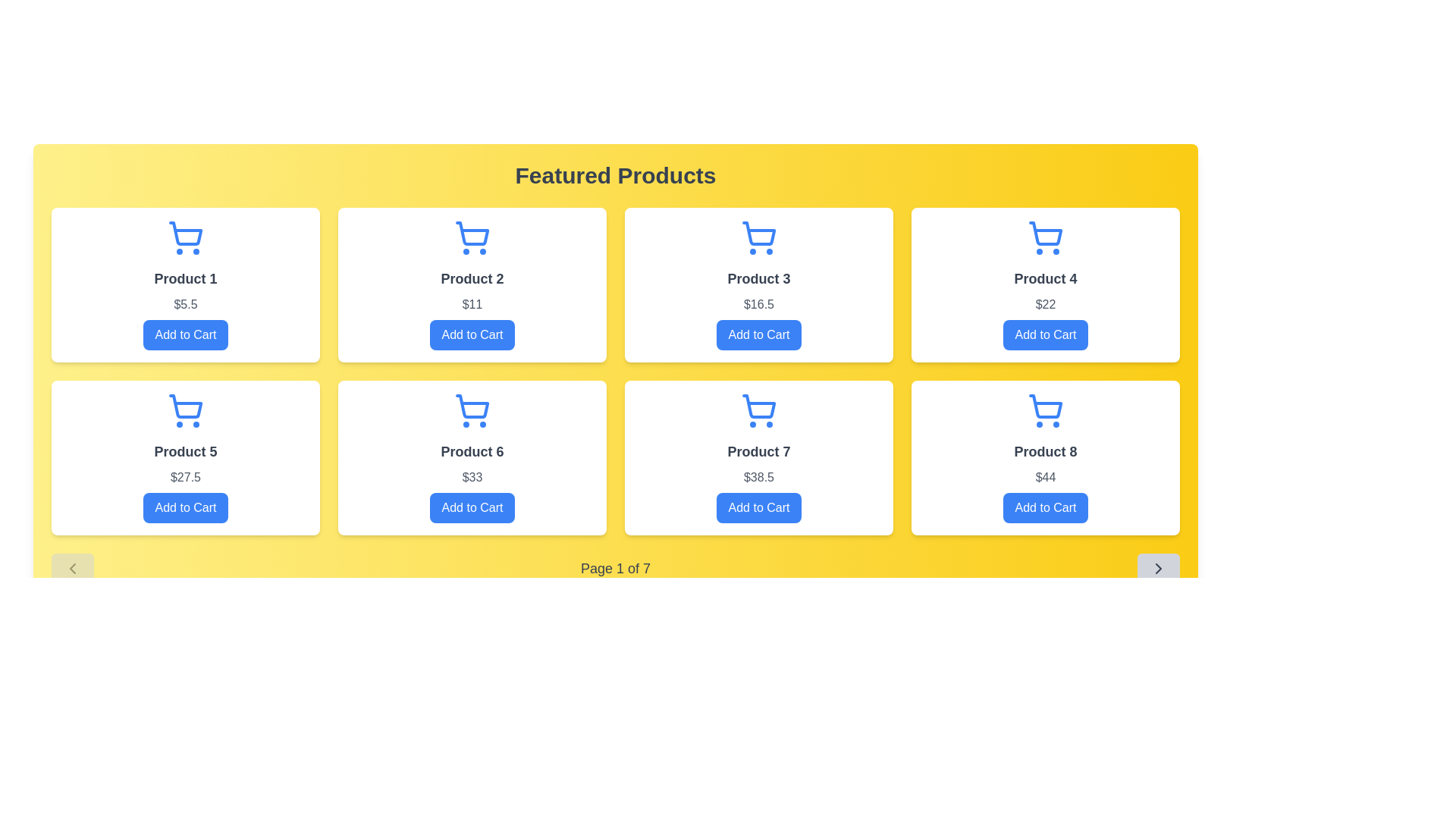 The width and height of the screenshot is (1456, 819). Describe the element at coordinates (472, 234) in the screenshot. I see `the shopping cart icon located at the top center of the second product card in the first row of the product grid, which is visually centered above the product title 'Product 2' and price '$11'` at that location.